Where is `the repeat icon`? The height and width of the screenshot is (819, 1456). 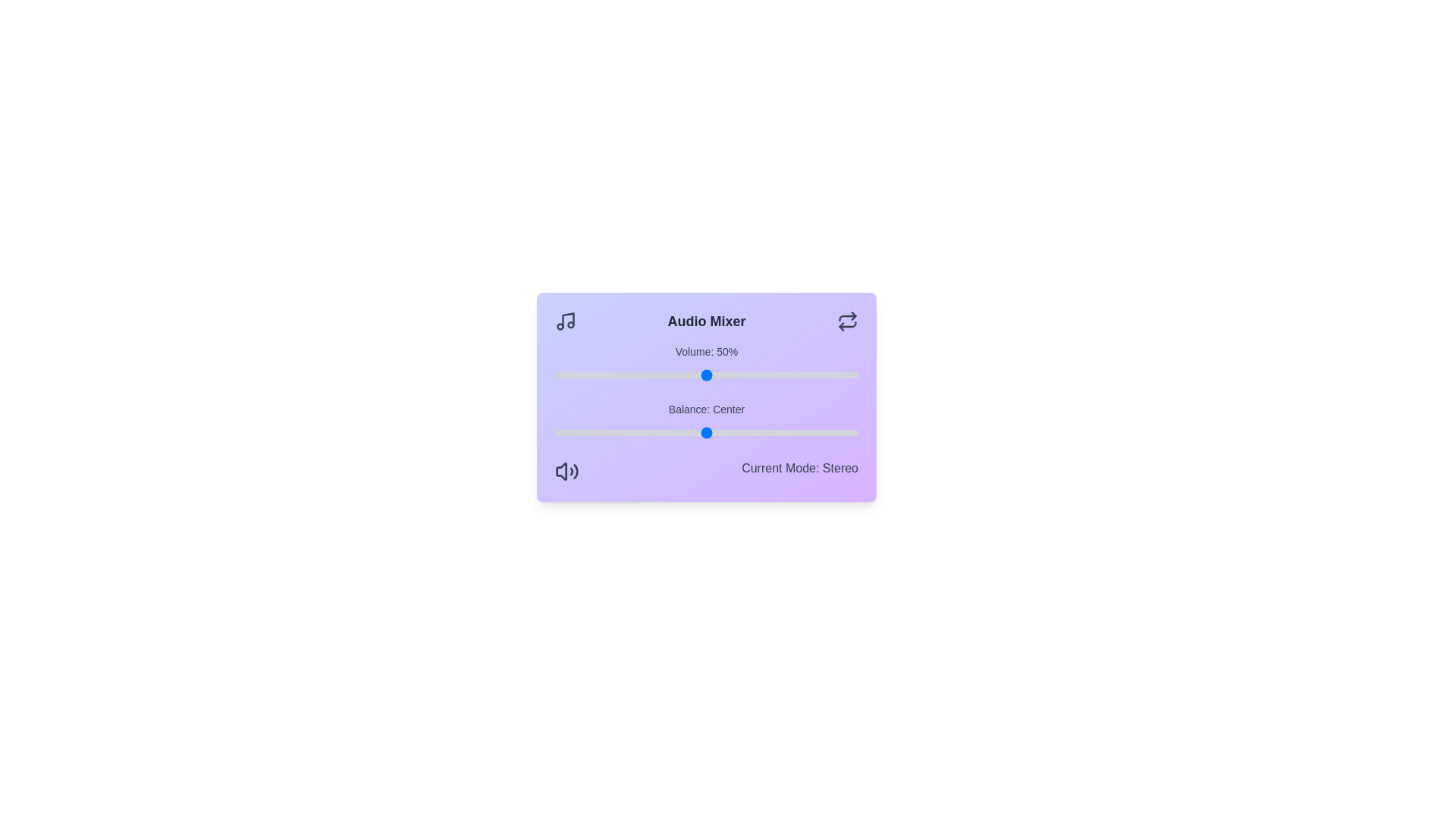 the repeat icon is located at coordinates (846, 321).